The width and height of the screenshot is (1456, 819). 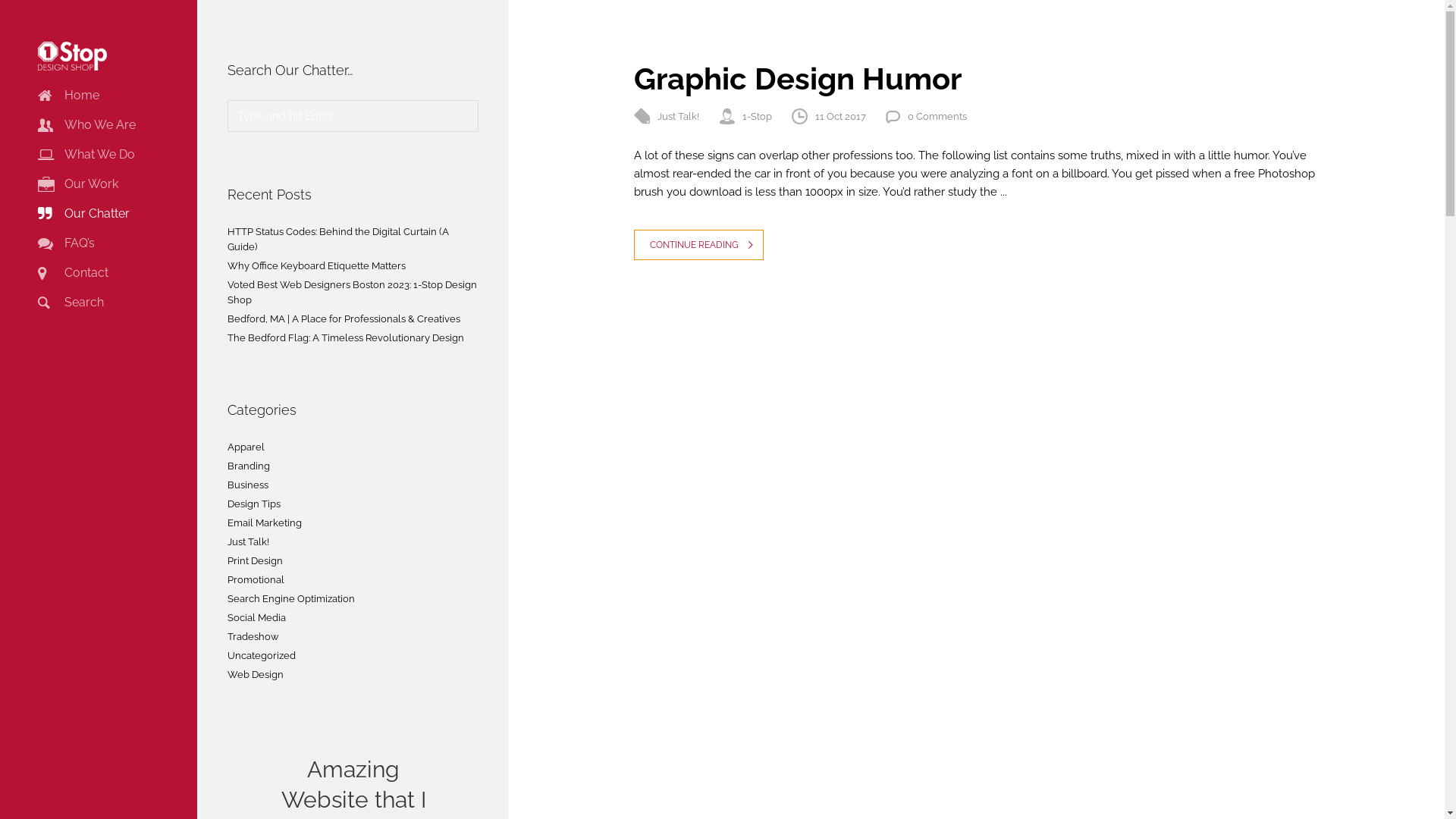 What do you see at coordinates (246, 447) in the screenshot?
I see `'Apparel'` at bounding box center [246, 447].